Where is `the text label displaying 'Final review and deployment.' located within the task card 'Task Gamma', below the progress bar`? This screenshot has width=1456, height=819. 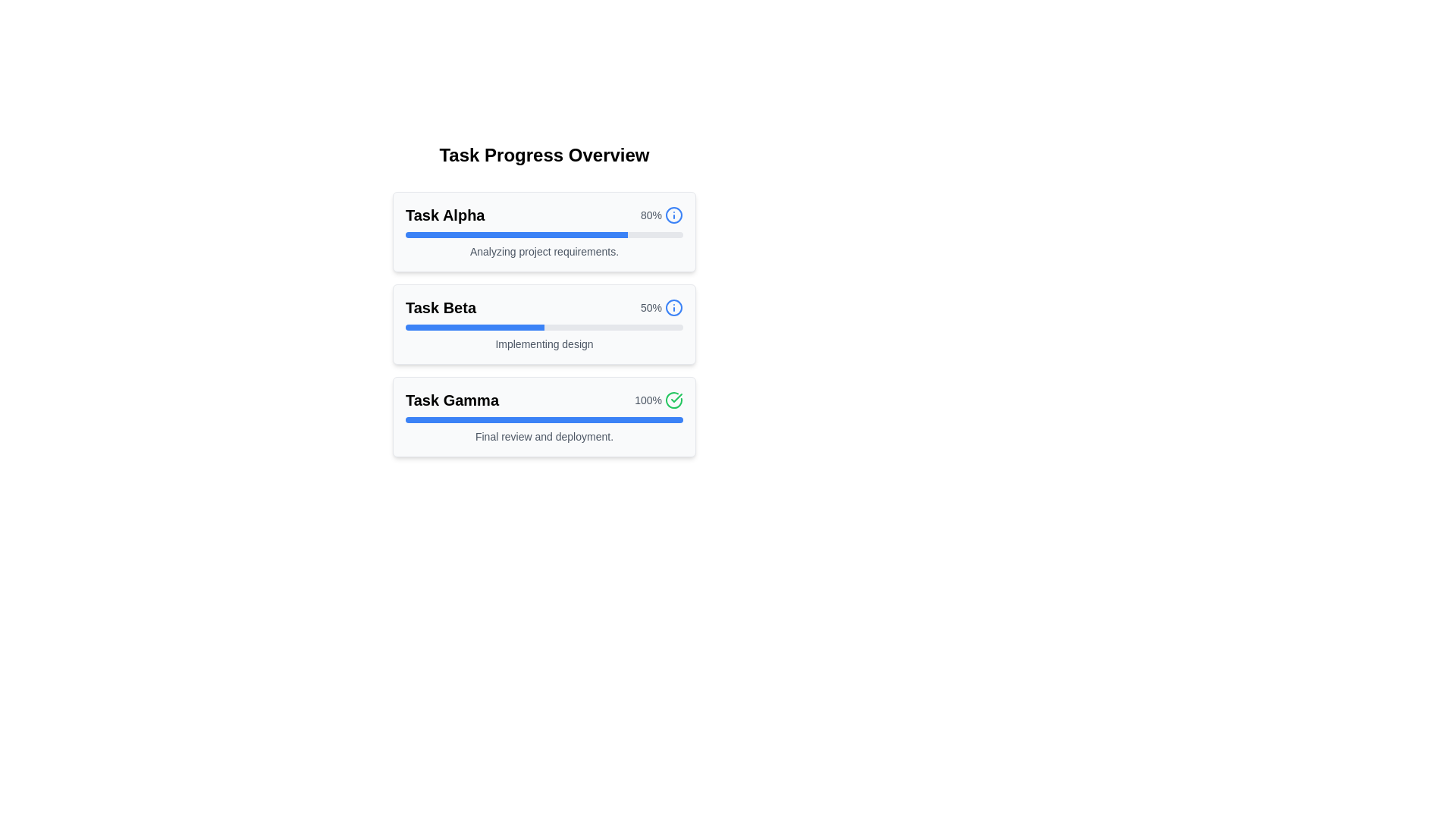
the text label displaying 'Final review and deployment.' located within the task card 'Task Gamma', below the progress bar is located at coordinates (544, 436).